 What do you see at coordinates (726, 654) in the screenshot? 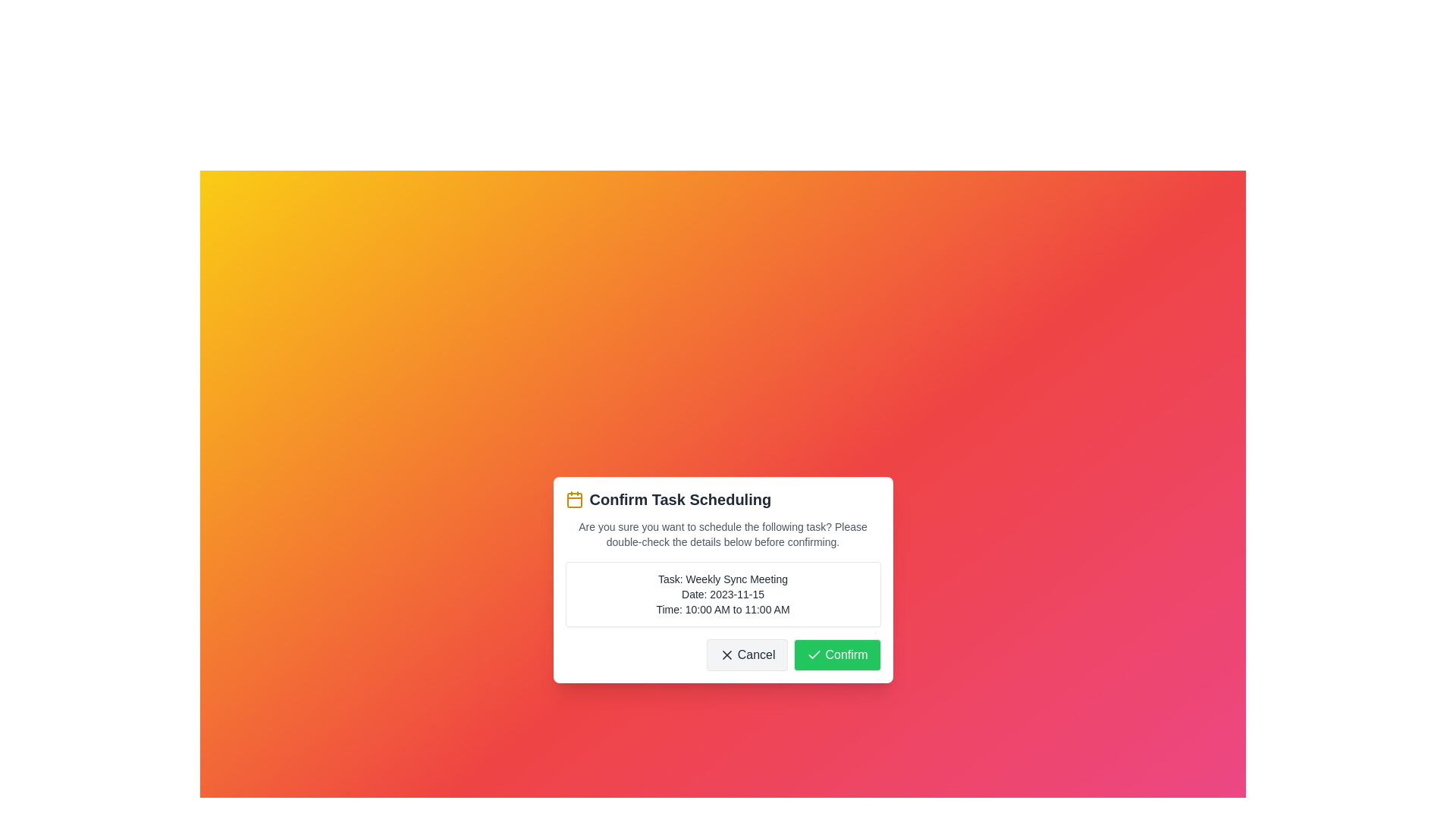
I see `the SVG icon shaped like an 'X' located on the left side of the 'Cancel' button with a light gray background` at bounding box center [726, 654].